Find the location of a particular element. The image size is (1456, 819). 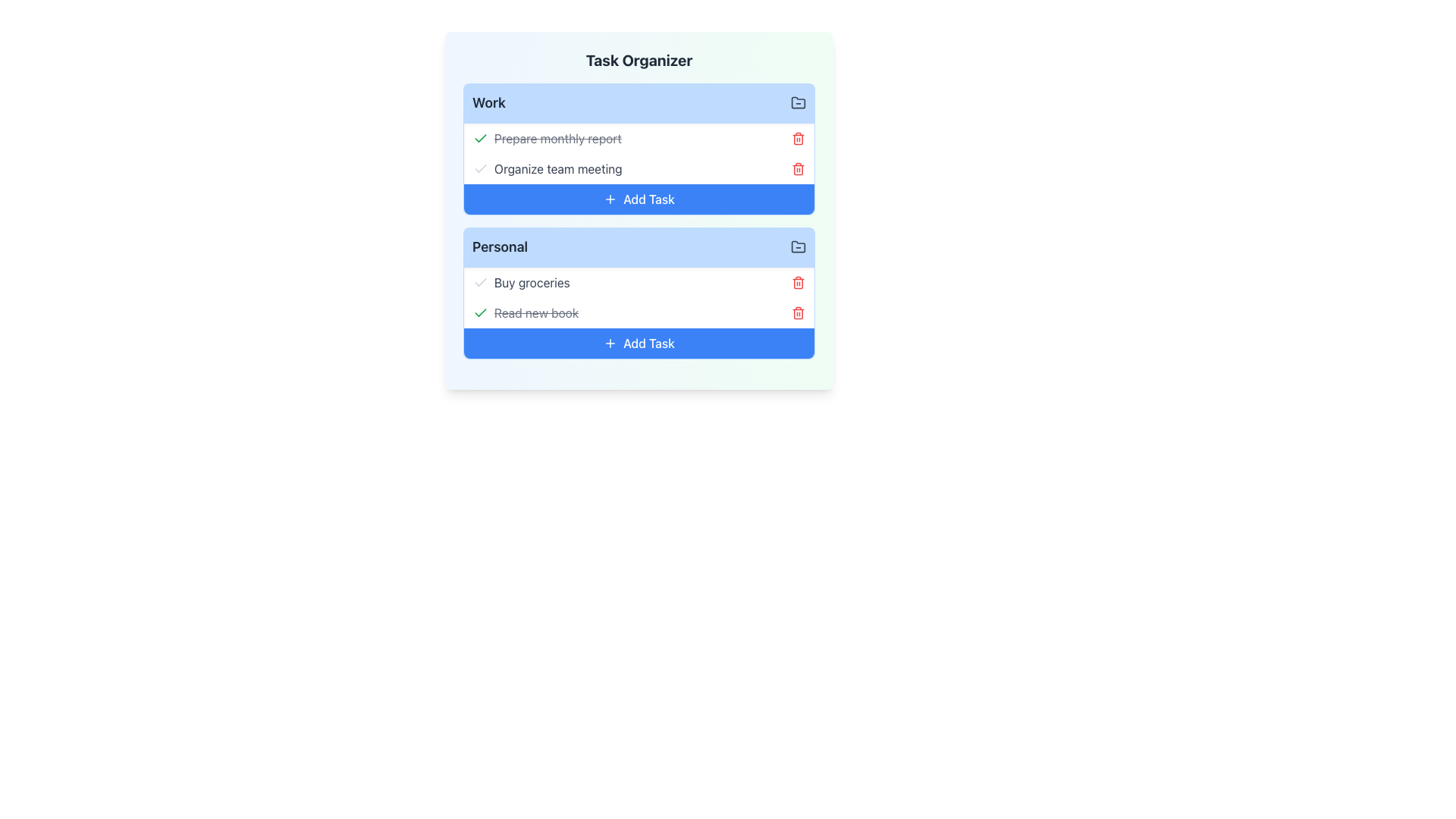

the checkmark icon indicating that the task 'Read new book' has been marked as completed in the 'Personal' tasks section of the 'Task Organizer' interface is located at coordinates (479, 312).